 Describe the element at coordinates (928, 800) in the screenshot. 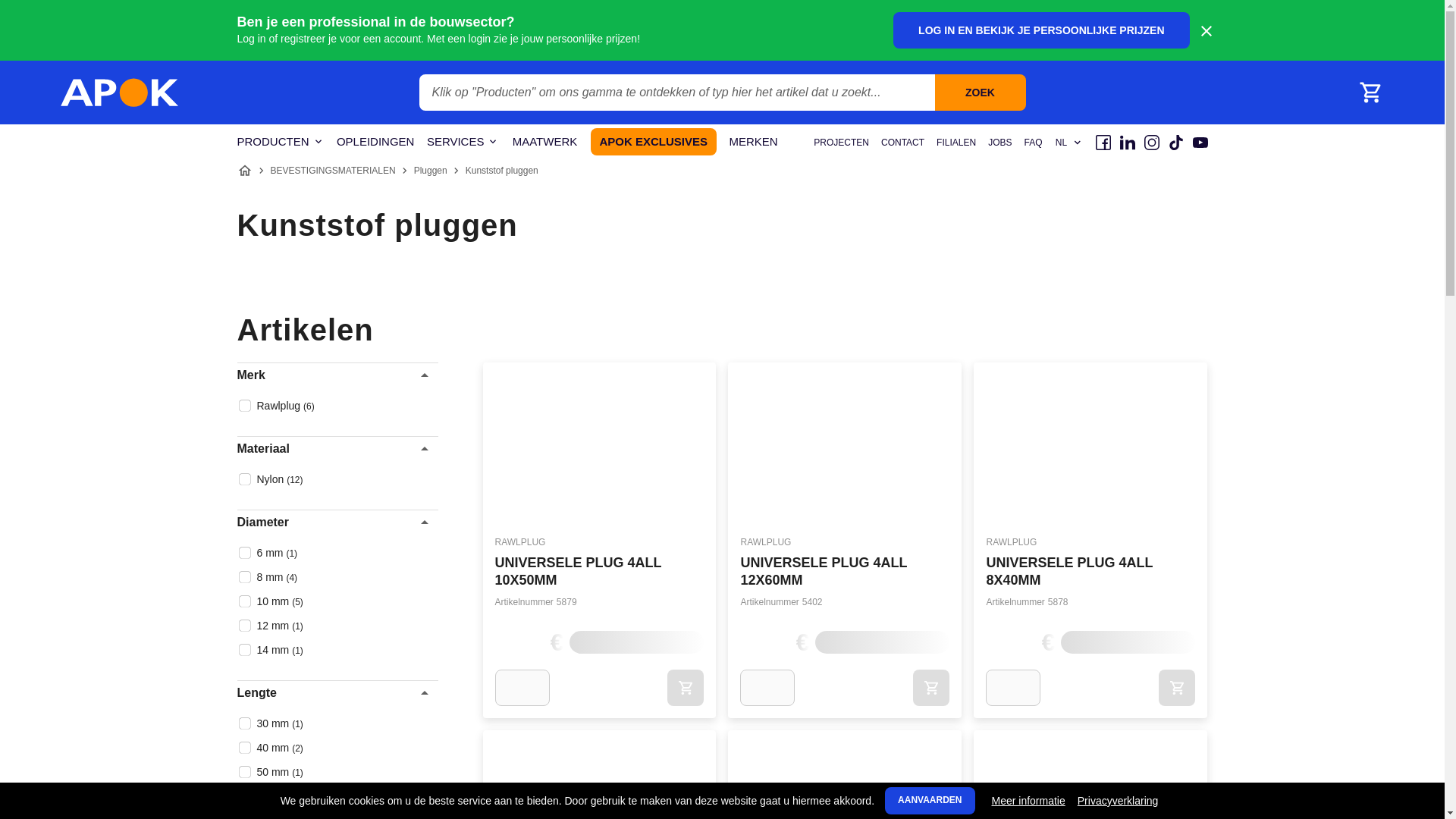

I see `'AANVAARDEN'` at that location.